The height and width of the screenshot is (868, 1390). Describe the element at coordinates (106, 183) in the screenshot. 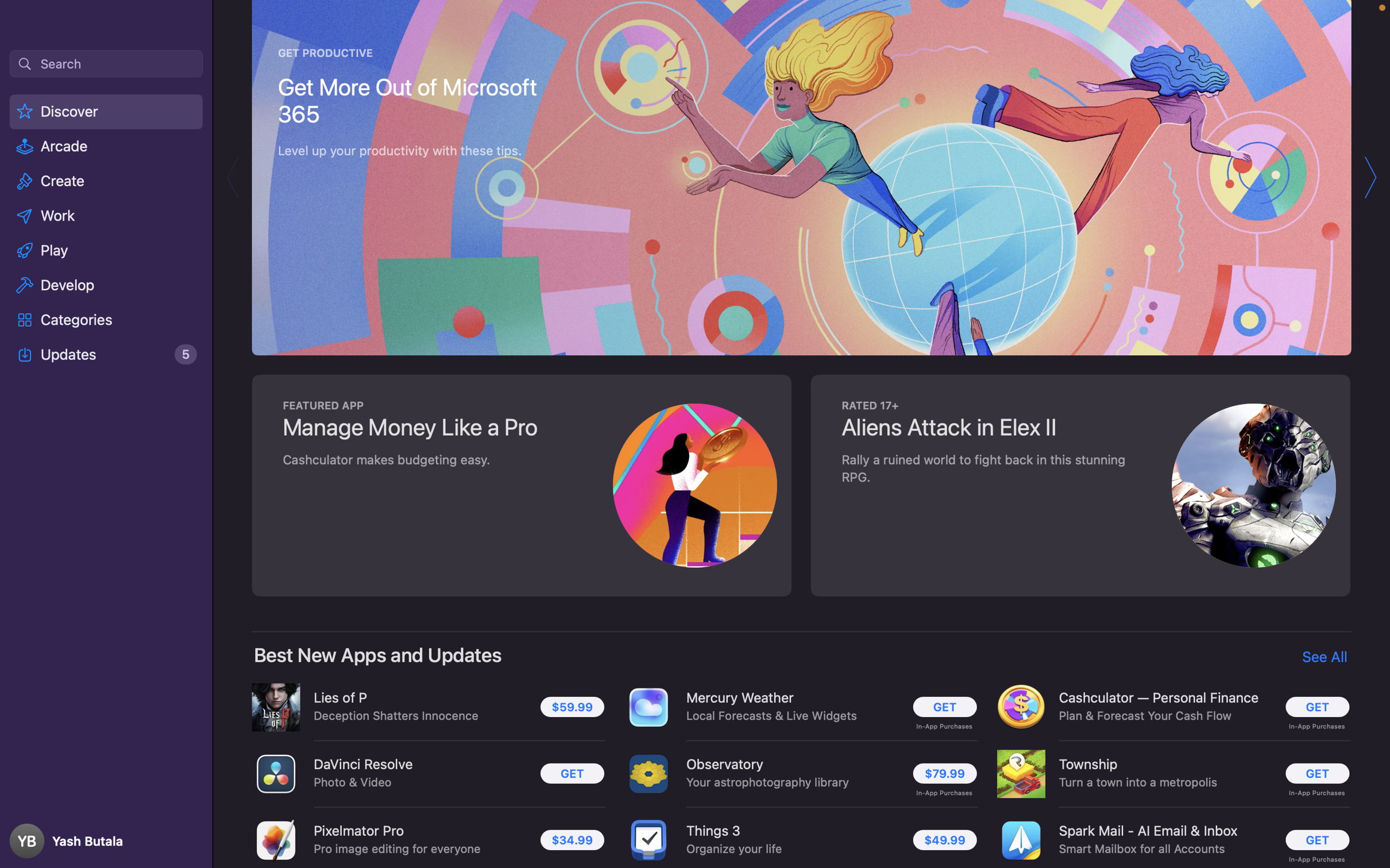

I see `the "Create" option` at that location.